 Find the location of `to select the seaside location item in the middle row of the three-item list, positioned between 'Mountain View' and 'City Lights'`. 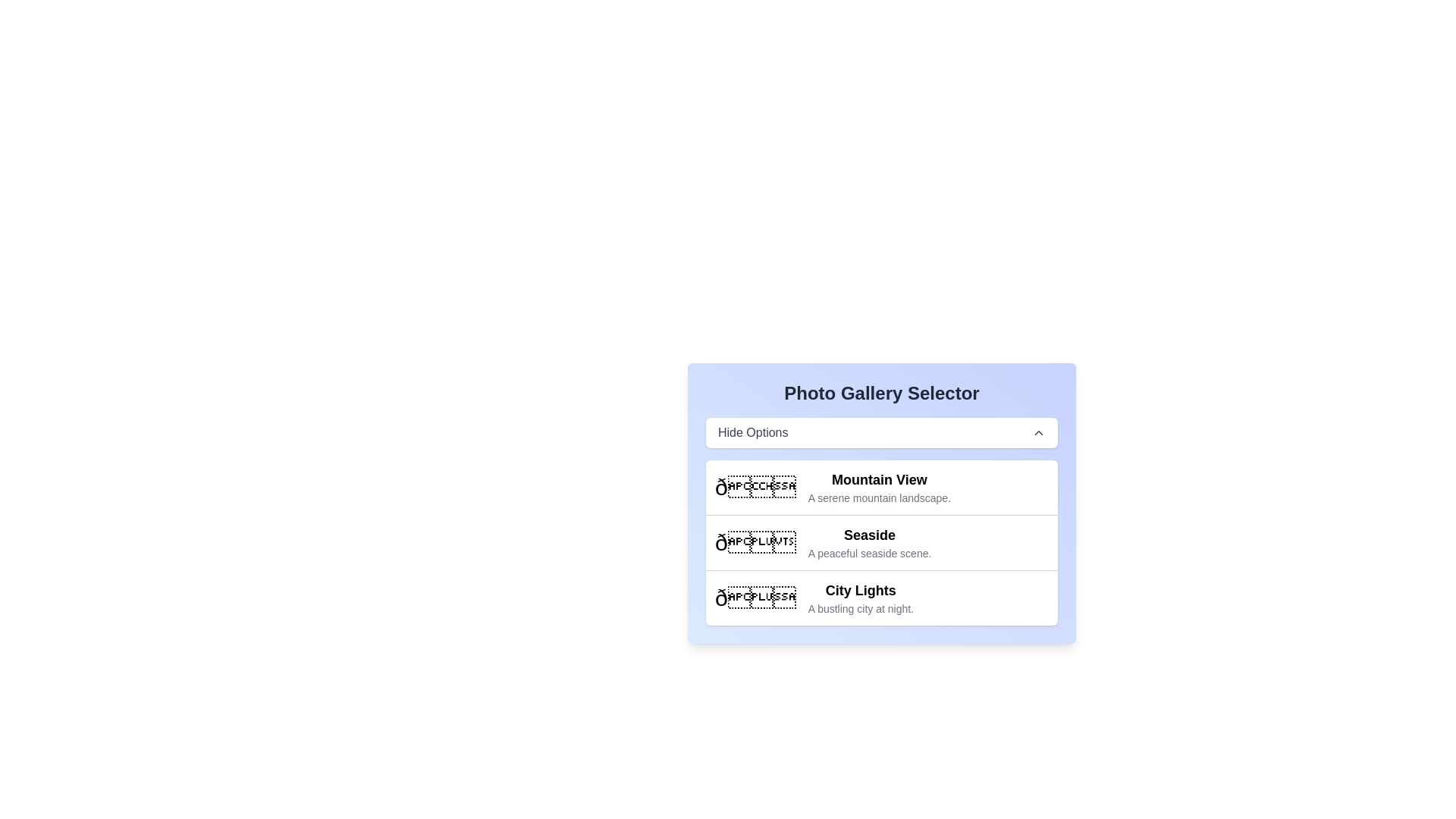

to select the seaside location item in the middle row of the three-item list, positioned between 'Mountain View' and 'City Lights' is located at coordinates (881, 541).